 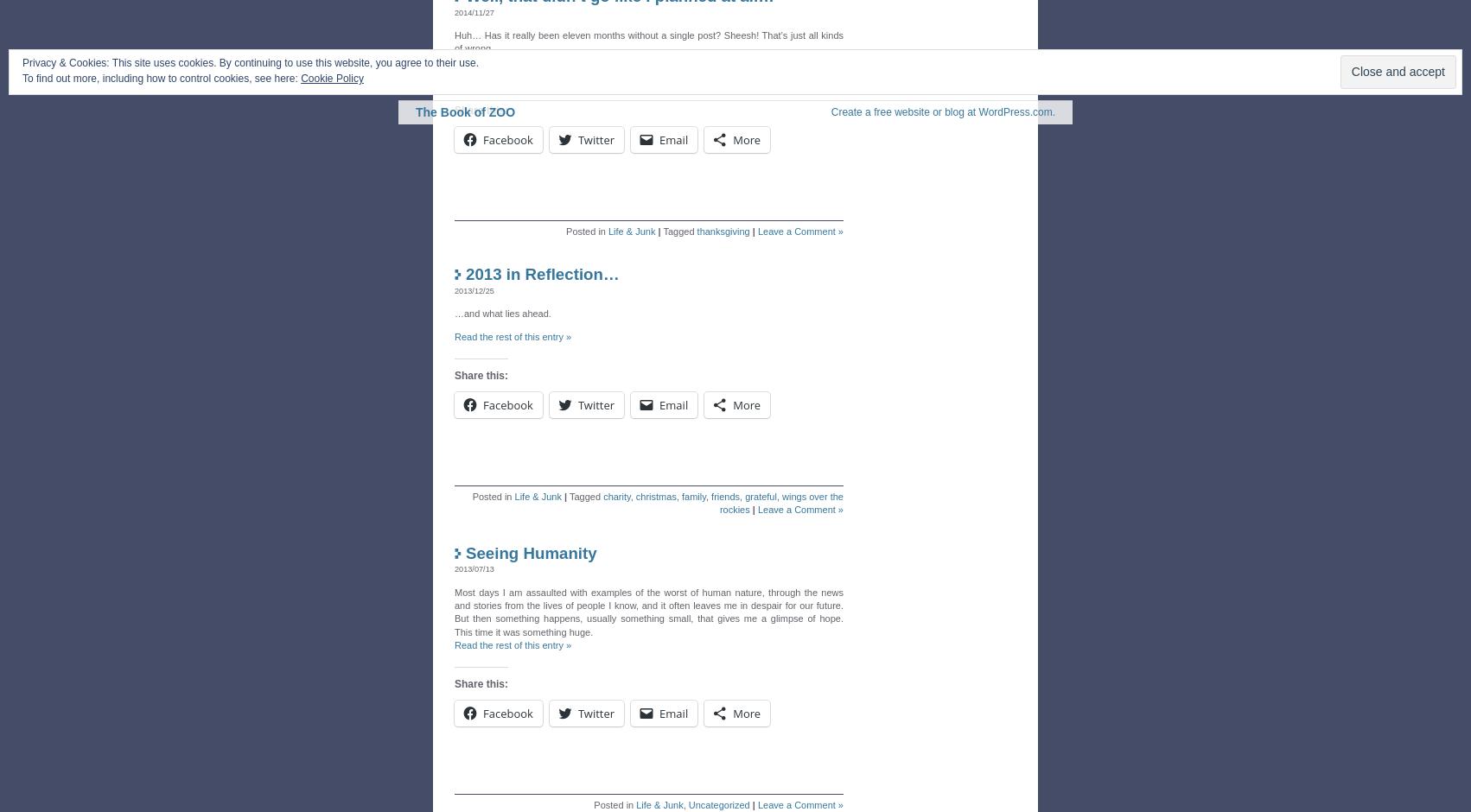 I want to click on 'friends', so click(x=724, y=495).